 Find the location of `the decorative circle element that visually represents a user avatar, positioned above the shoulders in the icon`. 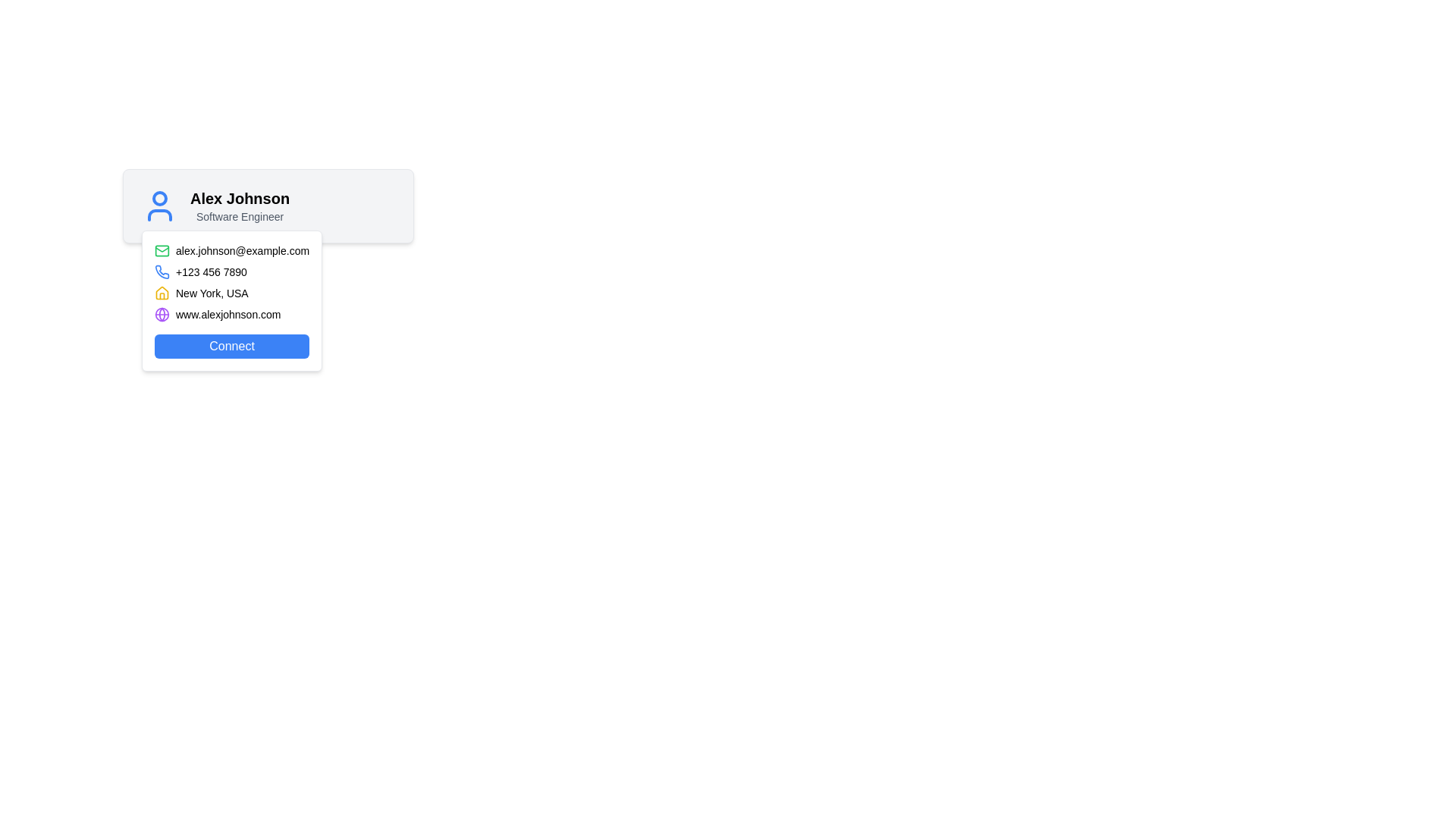

the decorative circle element that visually represents a user avatar, positioned above the shoulders in the icon is located at coordinates (160, 198).